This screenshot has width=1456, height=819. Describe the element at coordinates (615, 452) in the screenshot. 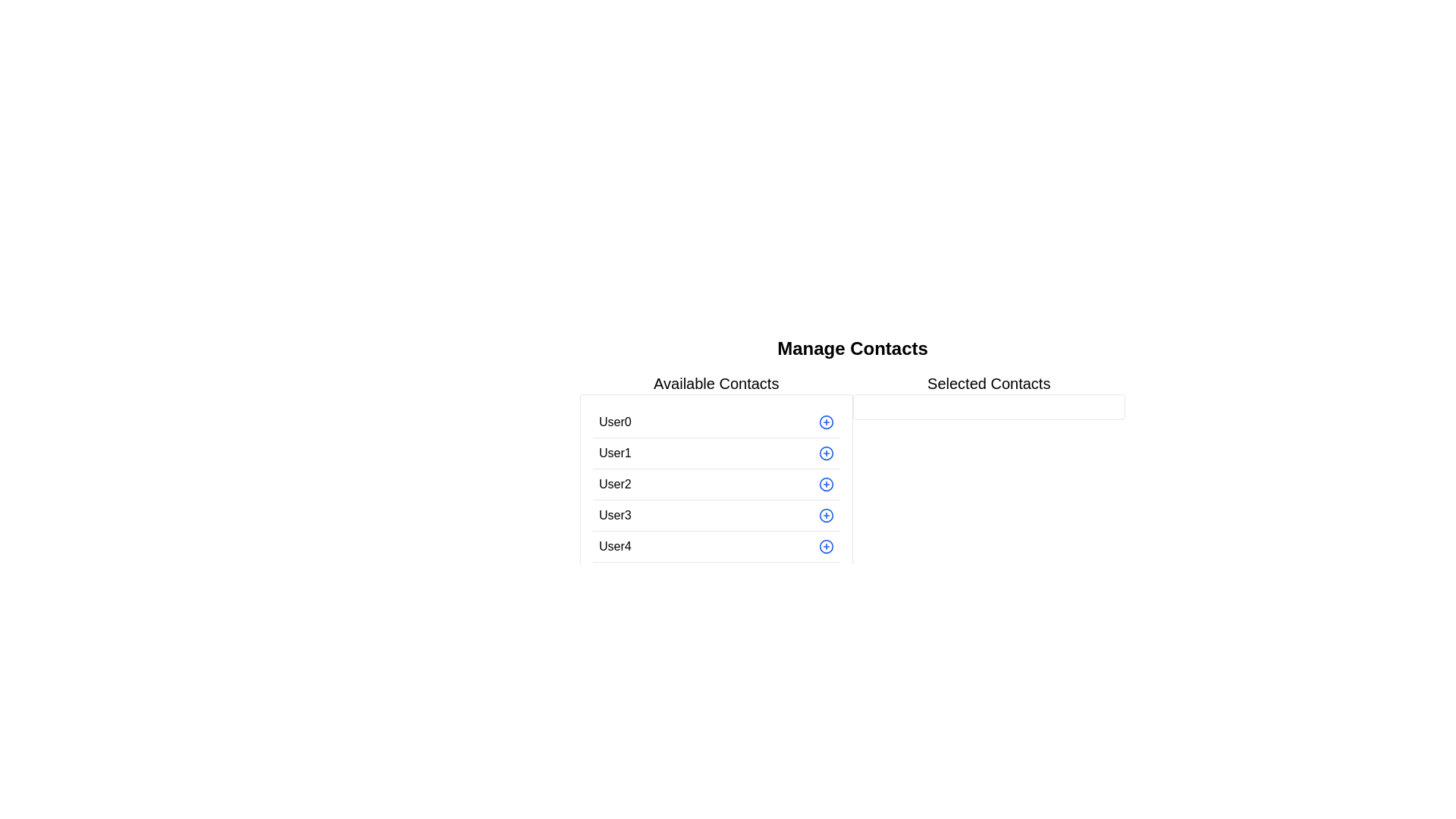

I see `the text element displaying 'User1' which is the second item in the 'Available Contacts' list` at that location.